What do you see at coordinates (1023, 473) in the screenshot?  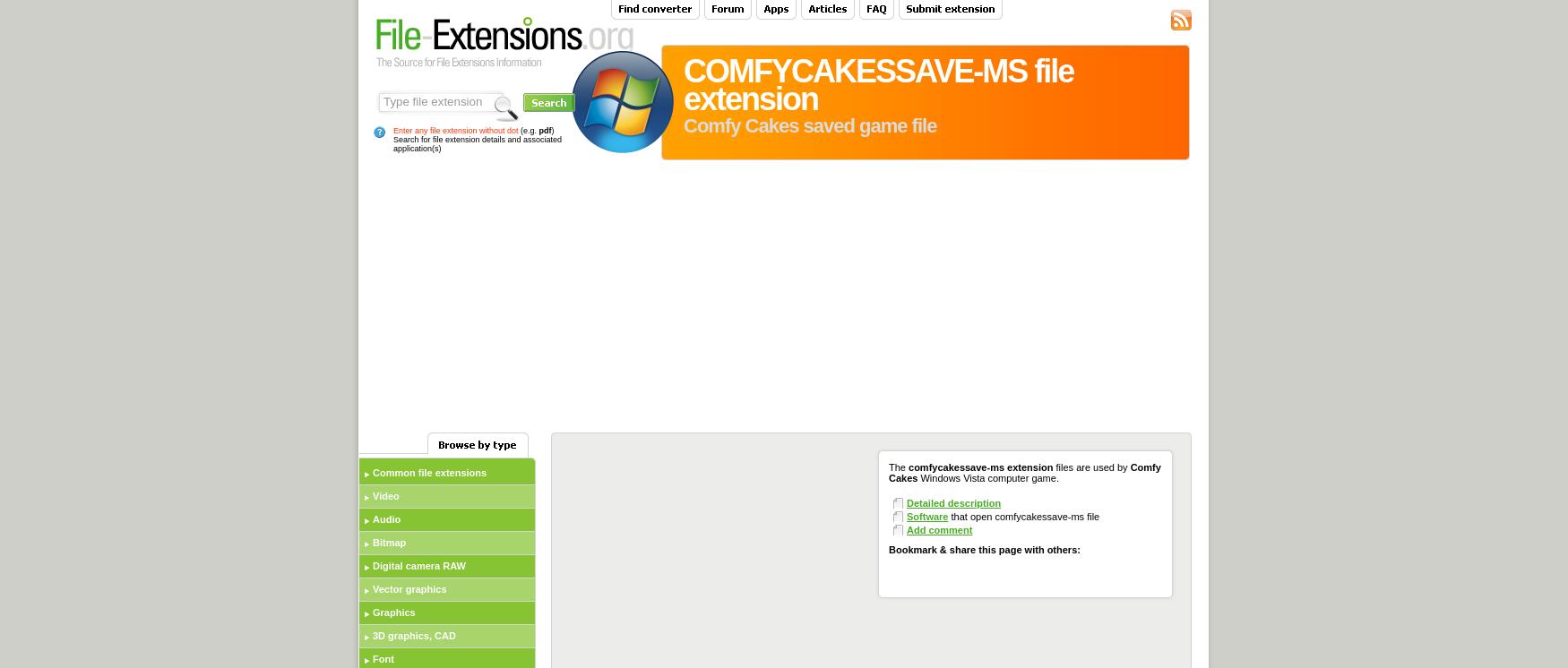 I see `'Comfy Cakes'` at bounding box center [1023, 473].